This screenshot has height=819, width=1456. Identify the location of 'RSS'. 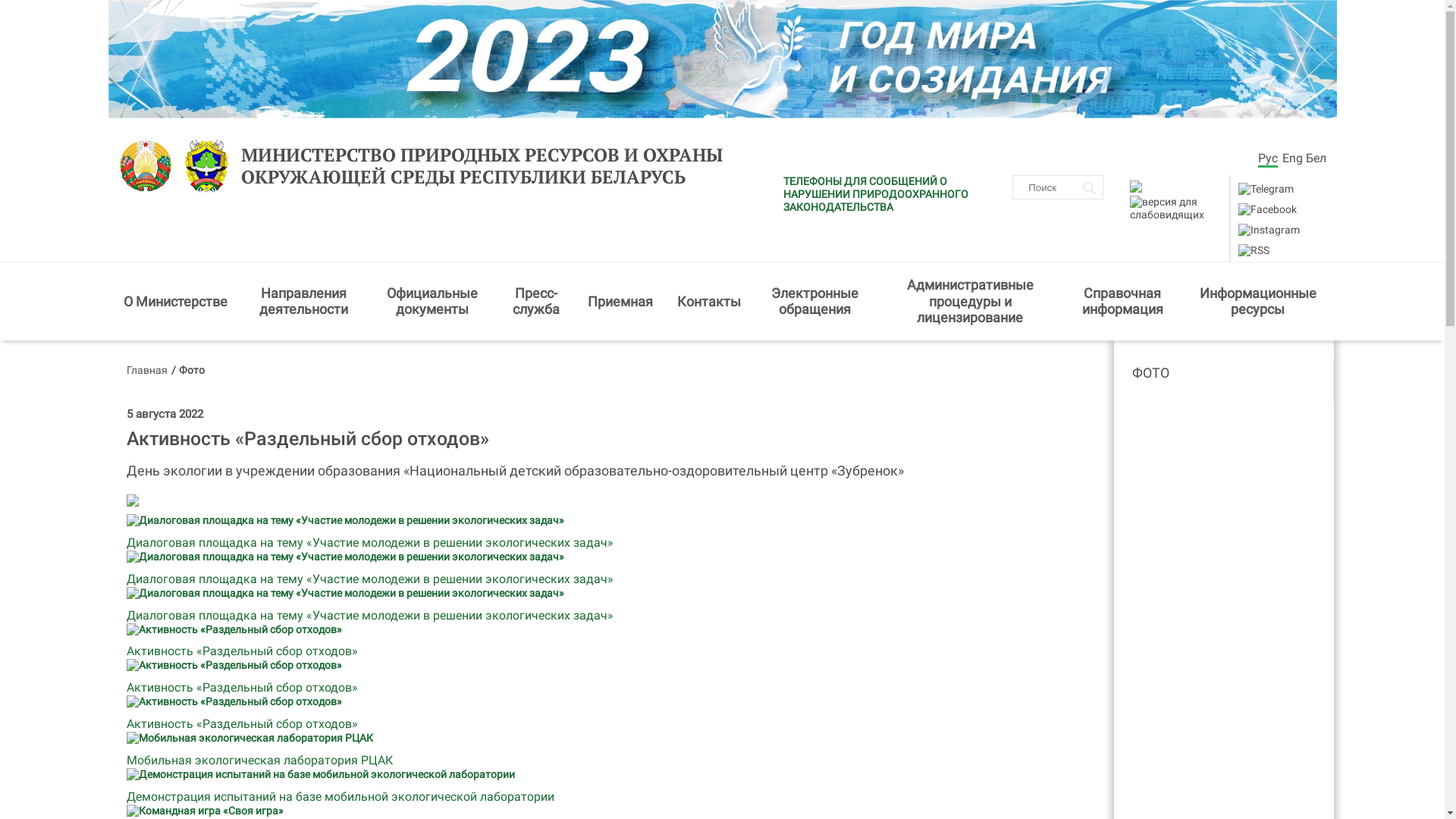
(1252, 249).